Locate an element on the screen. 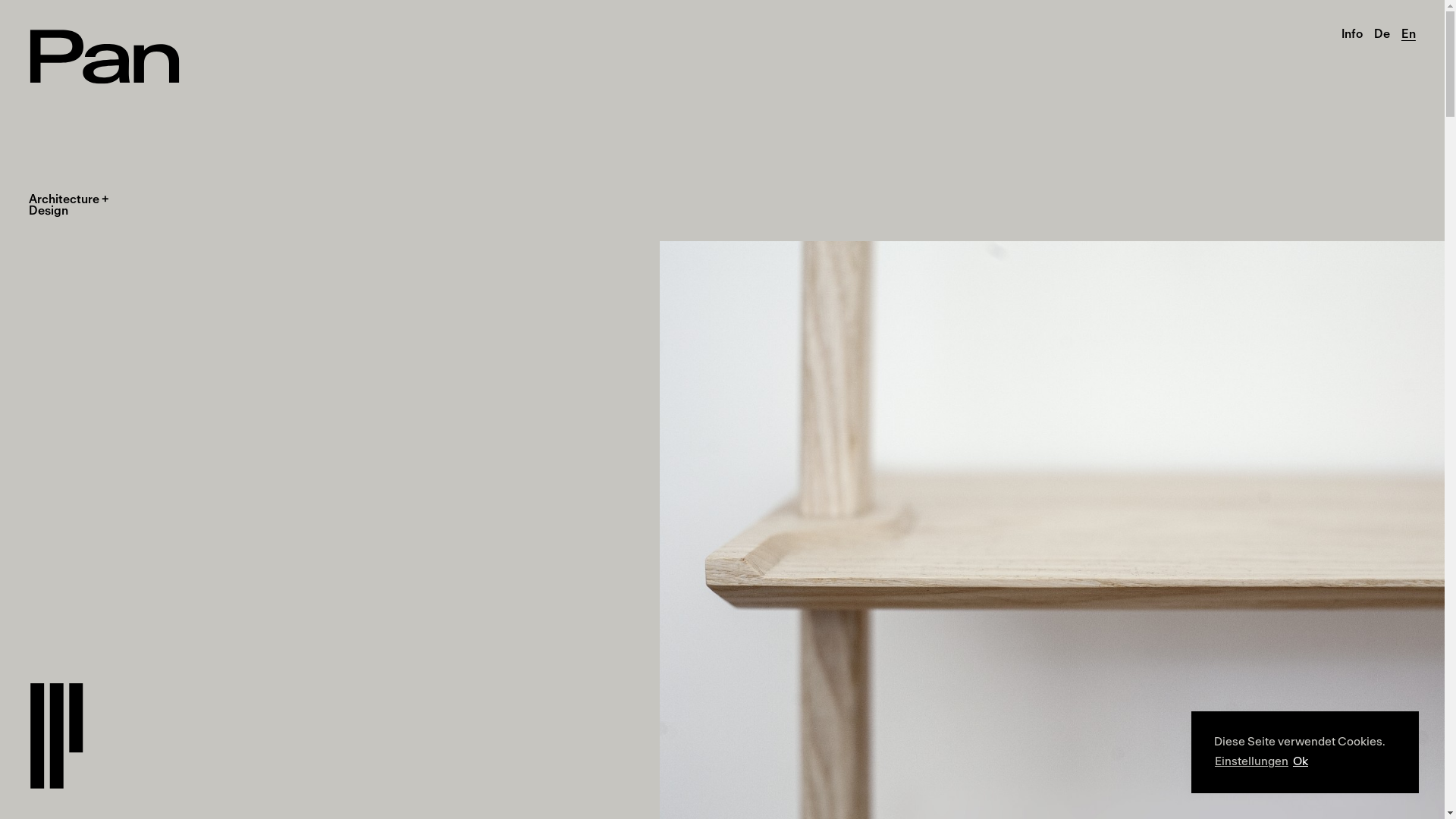 The height and width of the screenshot is (819, 1456). 'Ok' is located at coordinates (1299, 762).